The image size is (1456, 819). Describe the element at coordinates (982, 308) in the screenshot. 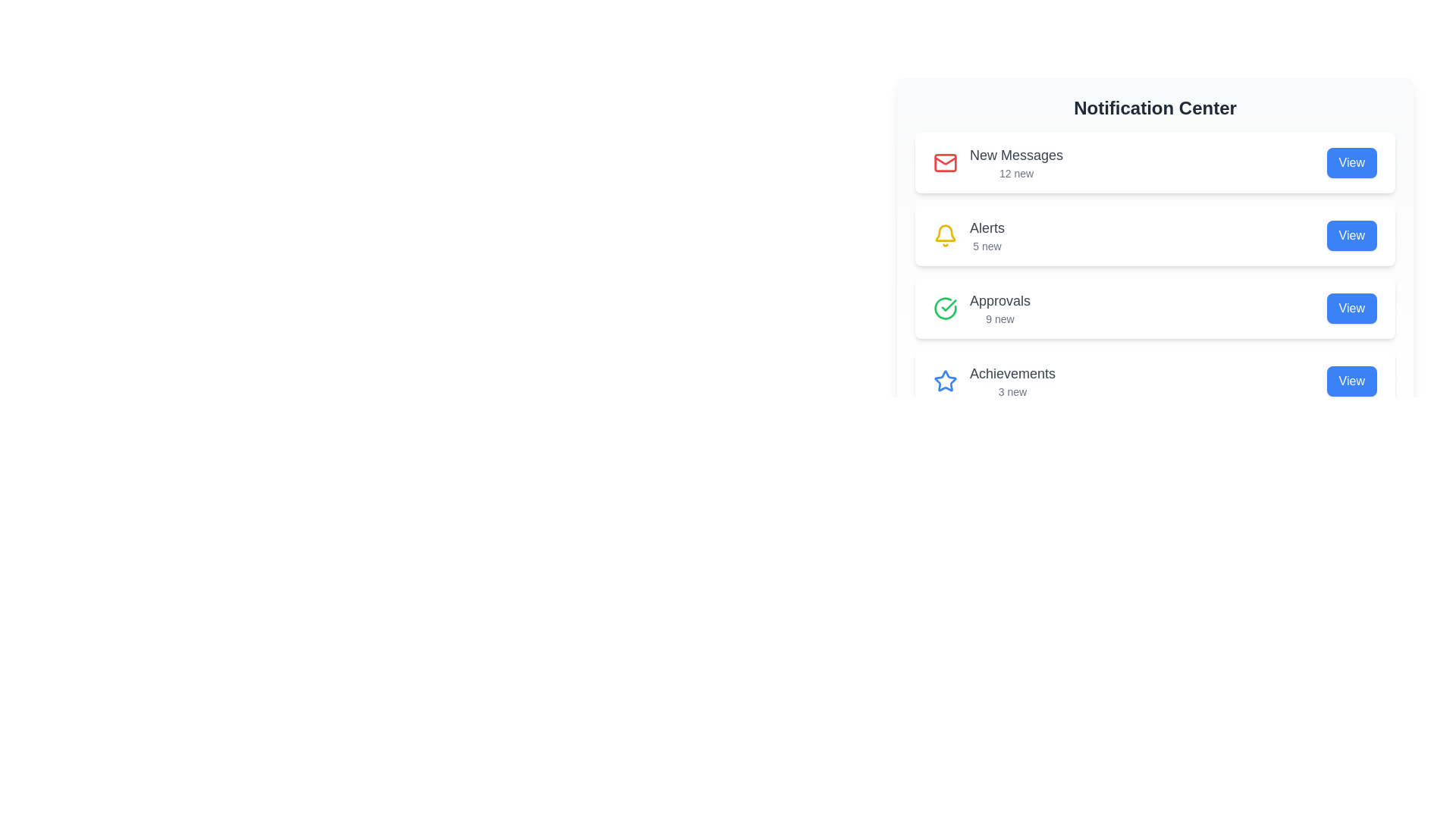

I see `the 'Approvals' label with the green checkmark icon` at that location.